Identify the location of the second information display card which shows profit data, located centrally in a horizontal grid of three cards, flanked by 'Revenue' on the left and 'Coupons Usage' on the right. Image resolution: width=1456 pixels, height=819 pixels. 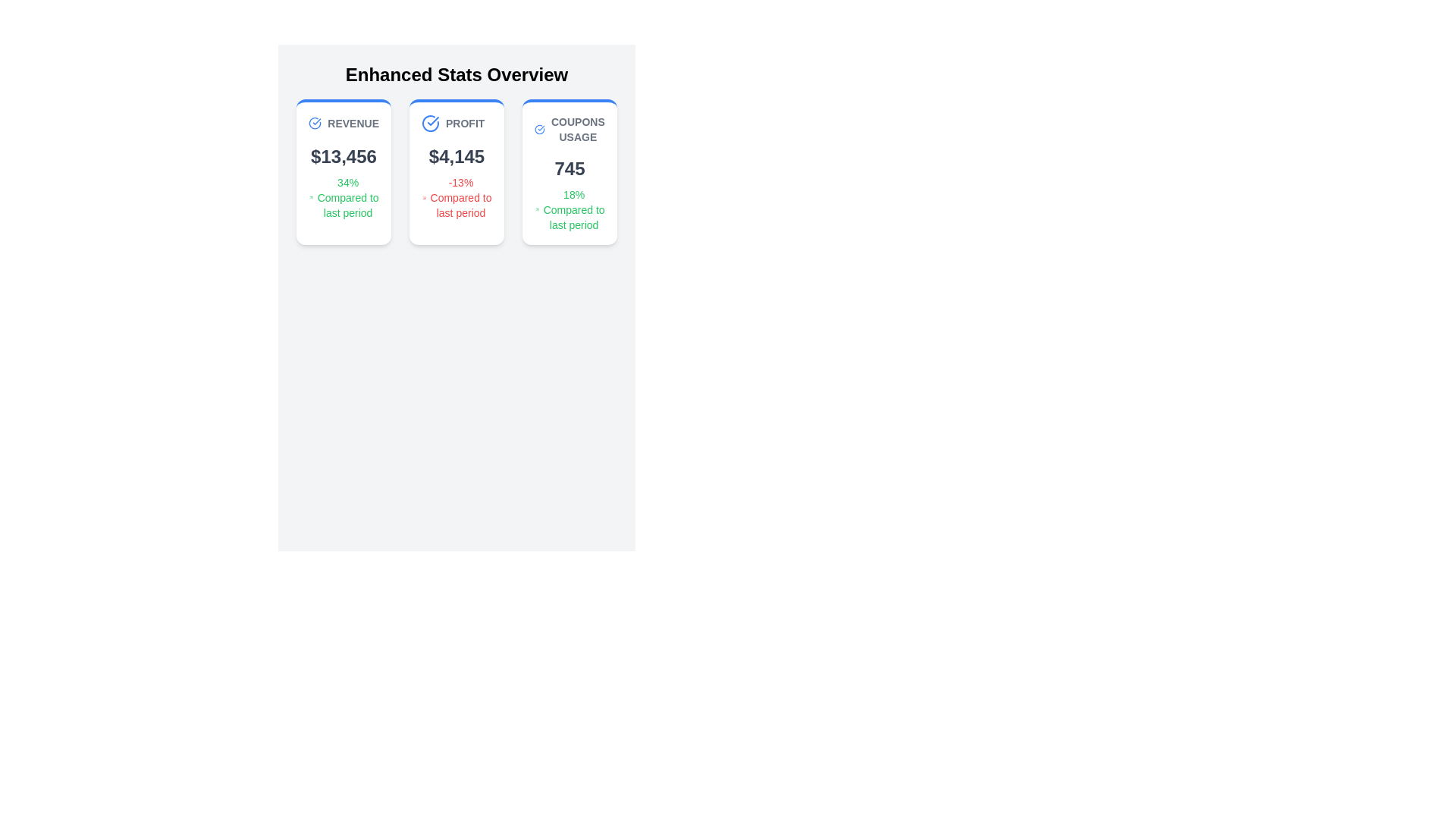
(456, 171).